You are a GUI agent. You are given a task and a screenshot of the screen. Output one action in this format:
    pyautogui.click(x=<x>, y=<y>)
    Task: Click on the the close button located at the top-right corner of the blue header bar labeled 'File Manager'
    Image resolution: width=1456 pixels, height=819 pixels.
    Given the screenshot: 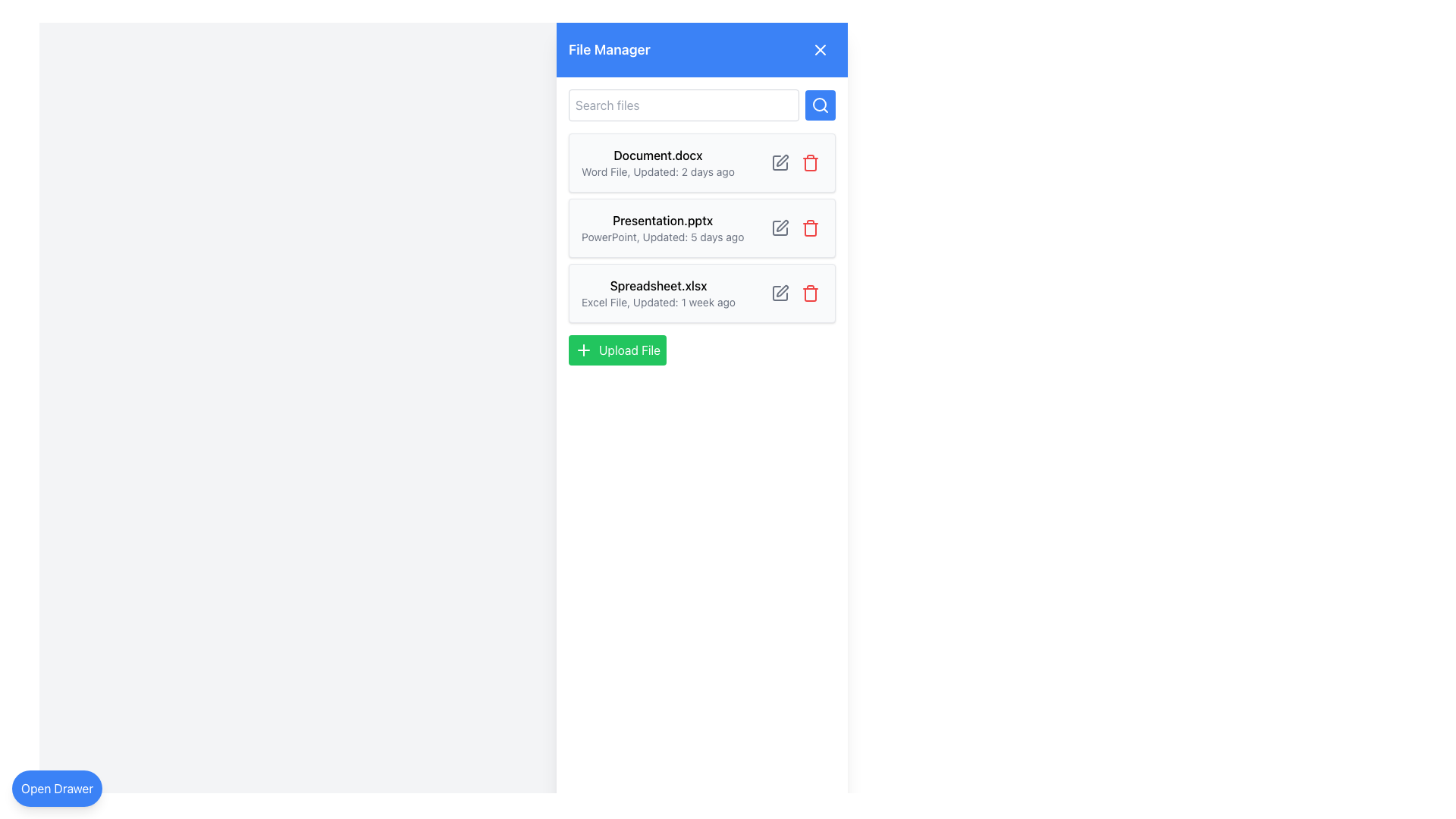 What is the action you would take?
    pyautogui.click(x=819, y=49)
    